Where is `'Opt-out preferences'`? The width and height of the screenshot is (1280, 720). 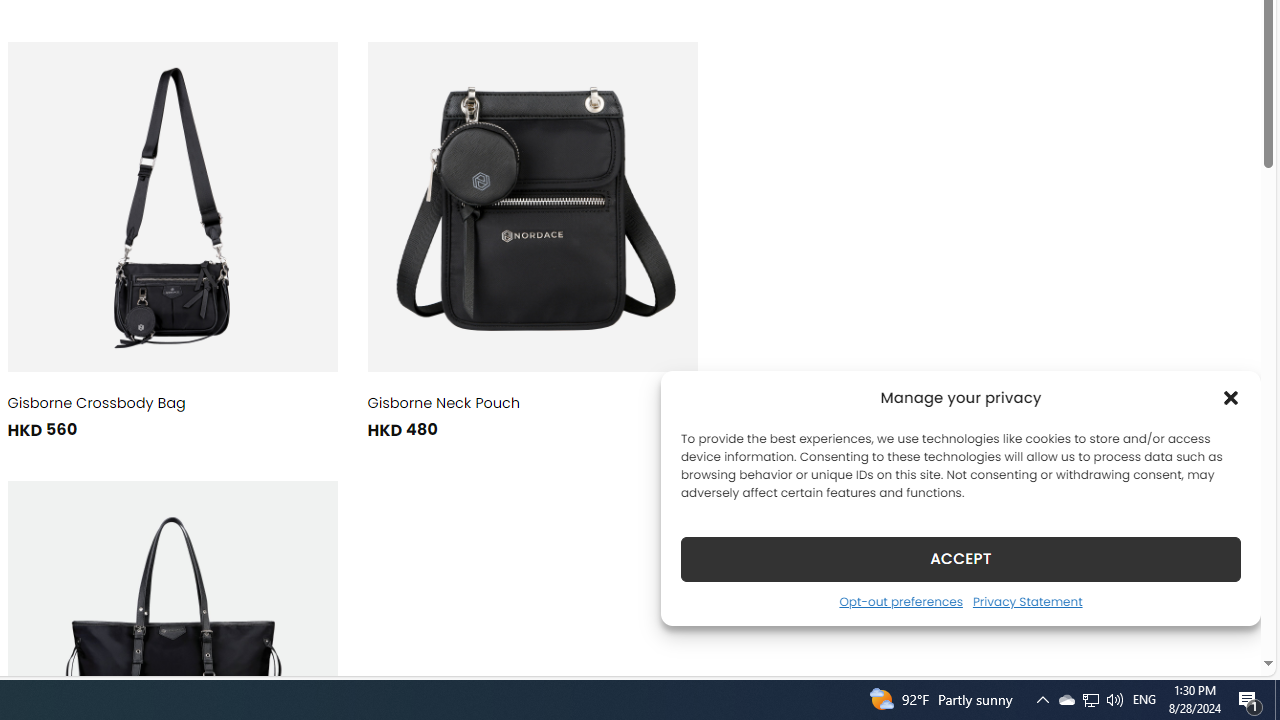 'Opt-out preferences' is located at coordinates (899, 600).